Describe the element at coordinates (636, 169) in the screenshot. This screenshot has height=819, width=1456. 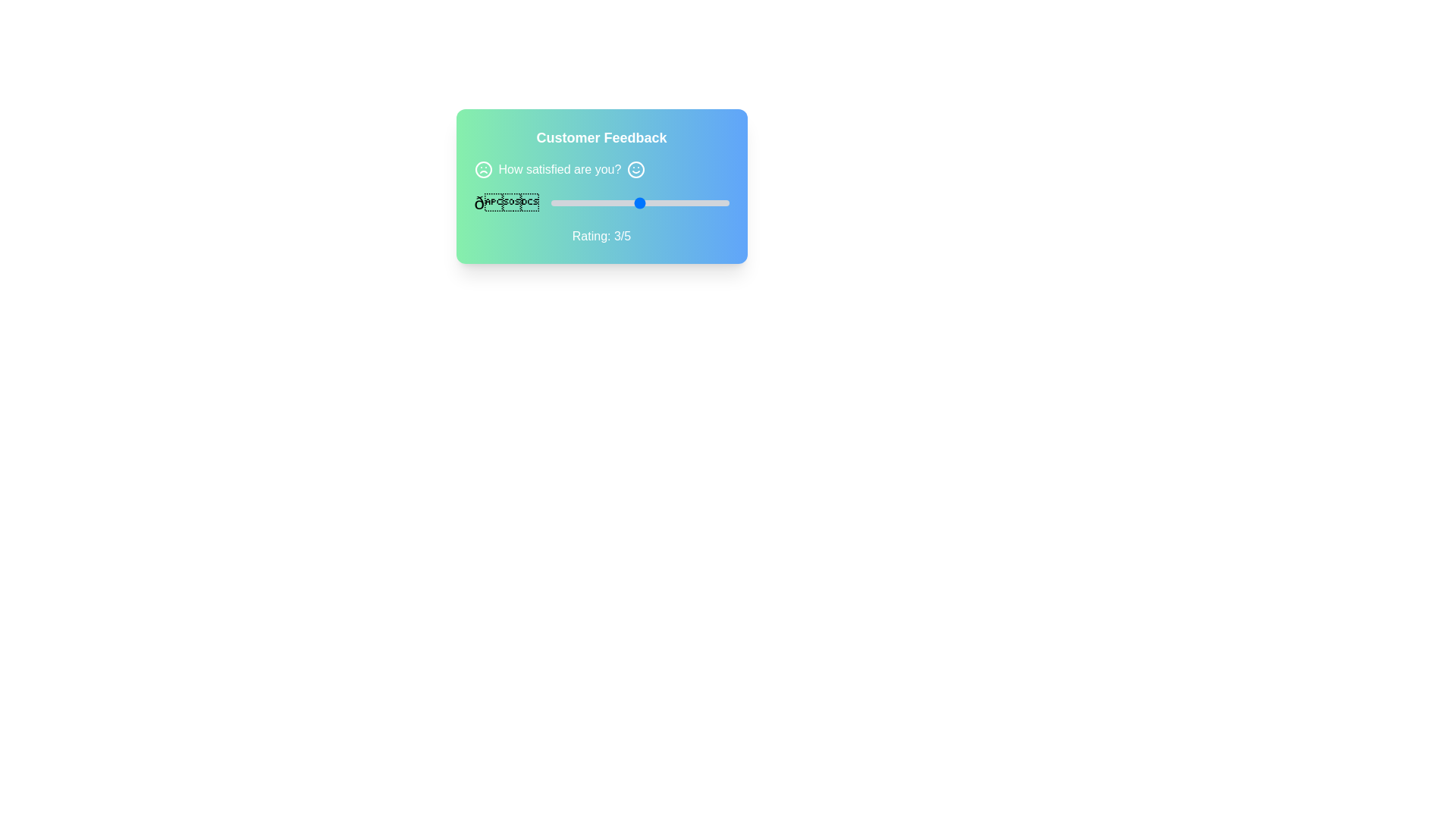
I see `the satisfied sentiment icon located next to the text 'How satisfied are you?' in the feedback section` at that location.